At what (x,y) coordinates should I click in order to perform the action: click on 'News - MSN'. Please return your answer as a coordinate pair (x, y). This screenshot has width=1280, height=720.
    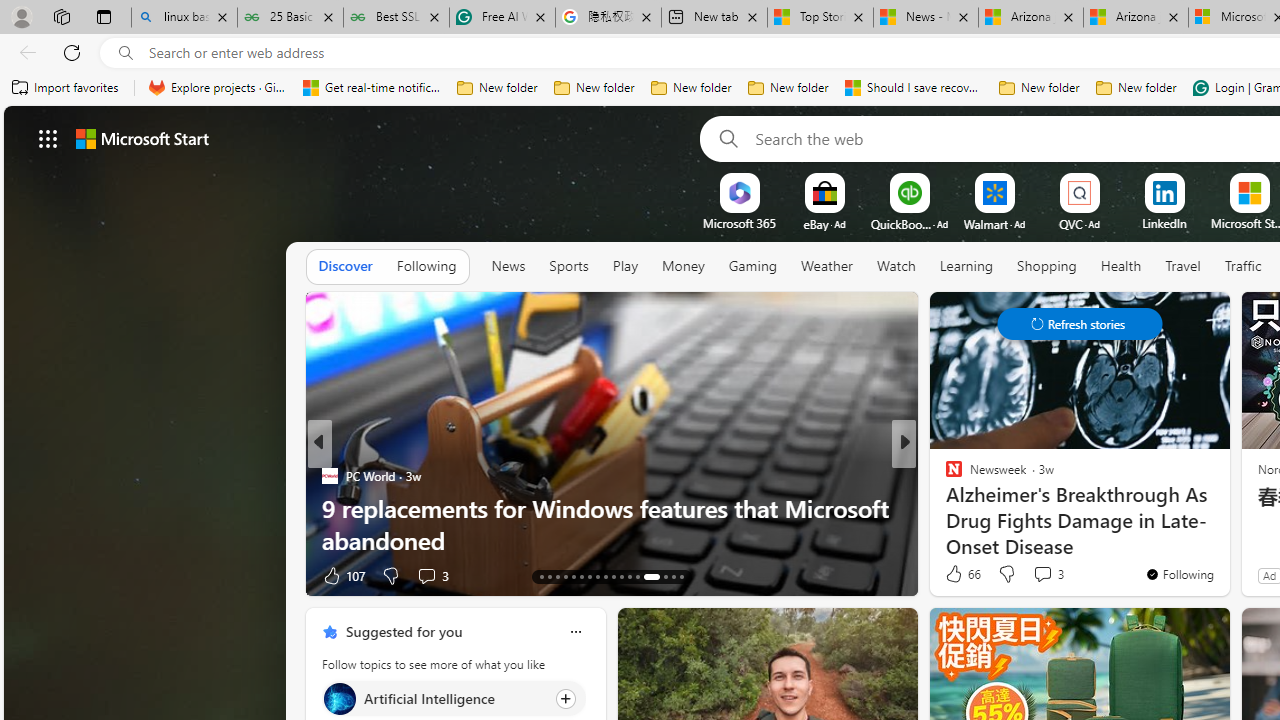
    Looking at the image, I should click on (925, 17).